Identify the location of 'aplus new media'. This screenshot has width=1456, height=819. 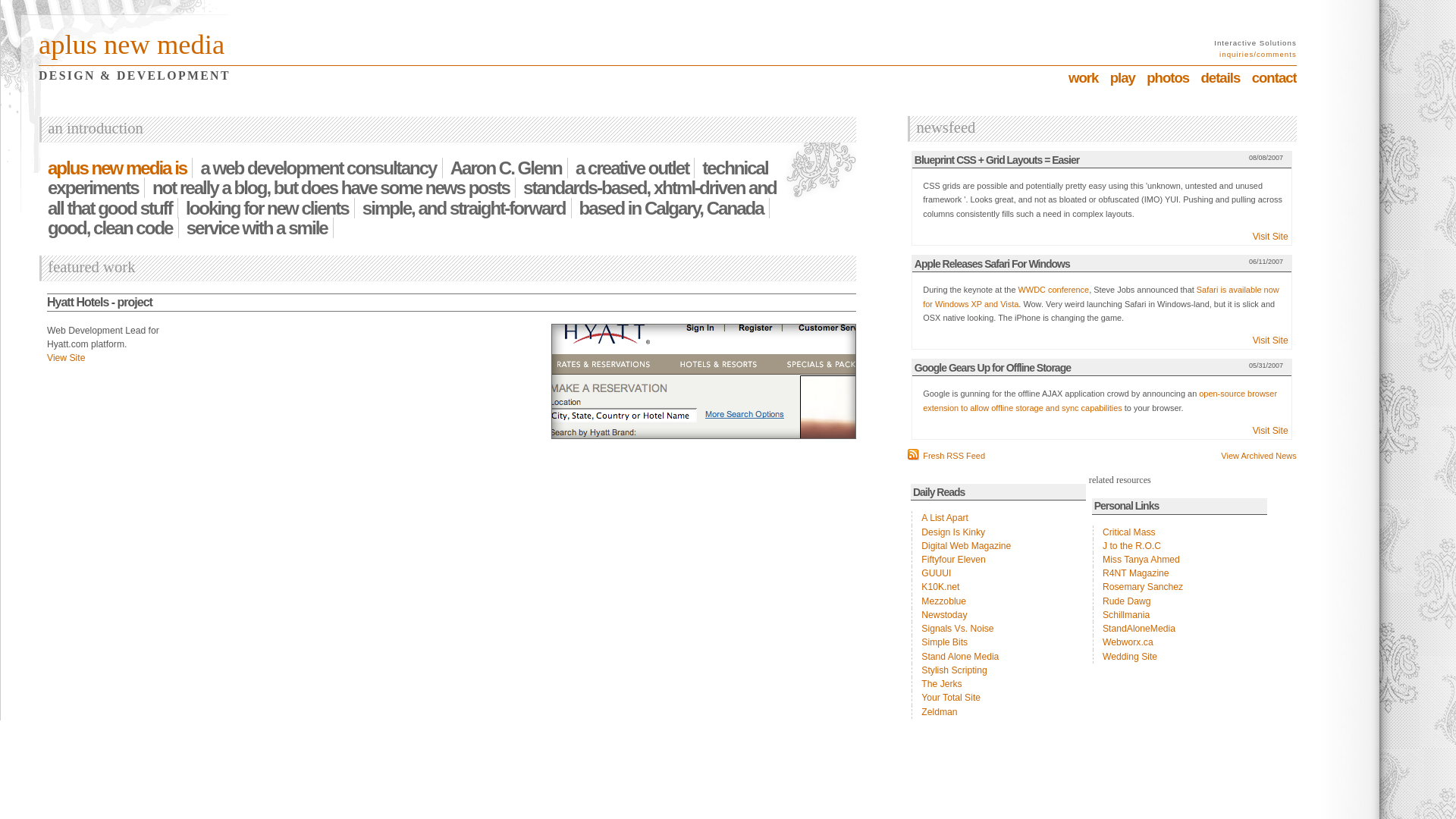
(131, 43).